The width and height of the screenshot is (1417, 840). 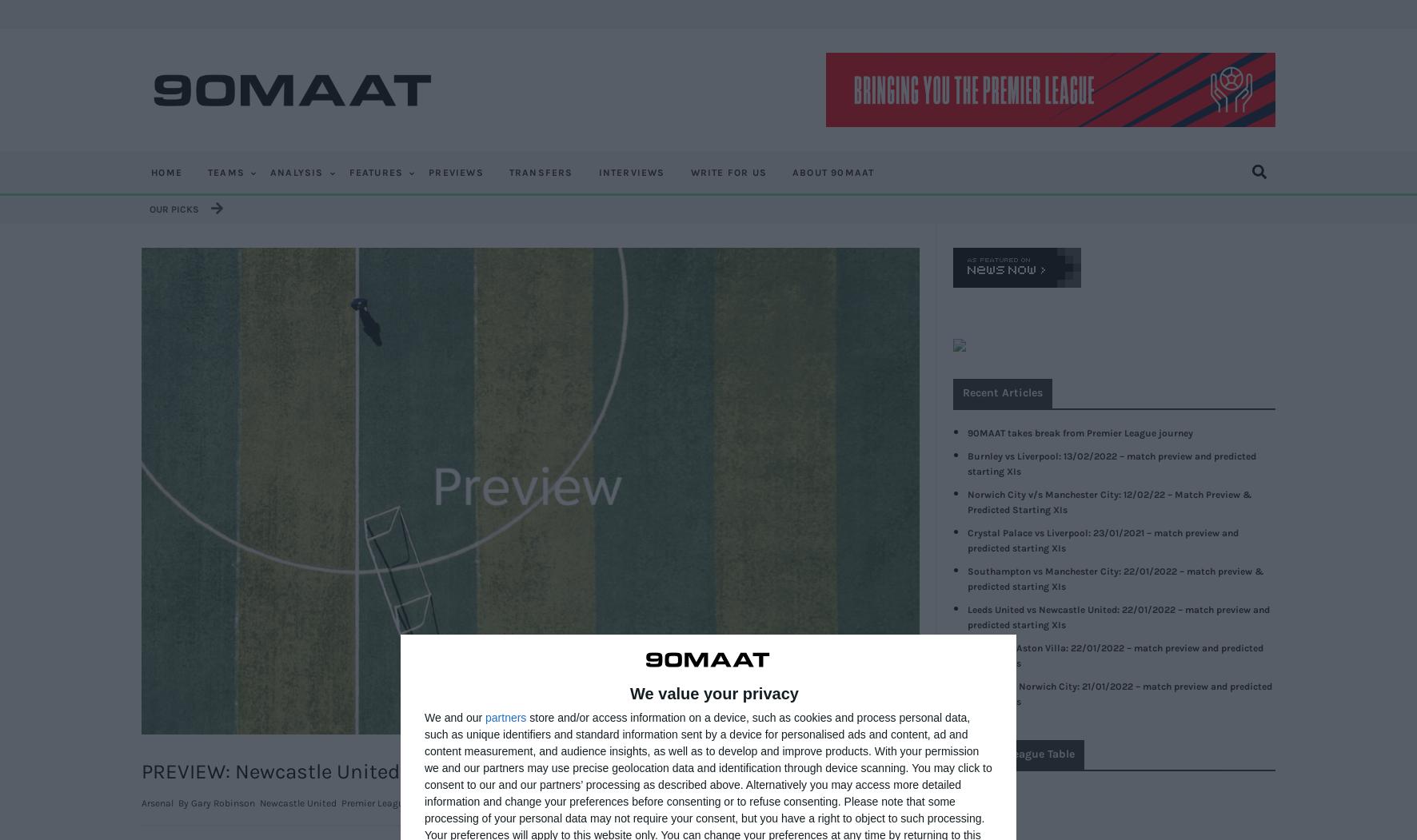 What do you see at coordinates (540, 171) in the screenshot?
I see `'TRANSFERS'` at bounding box center [540, 171].